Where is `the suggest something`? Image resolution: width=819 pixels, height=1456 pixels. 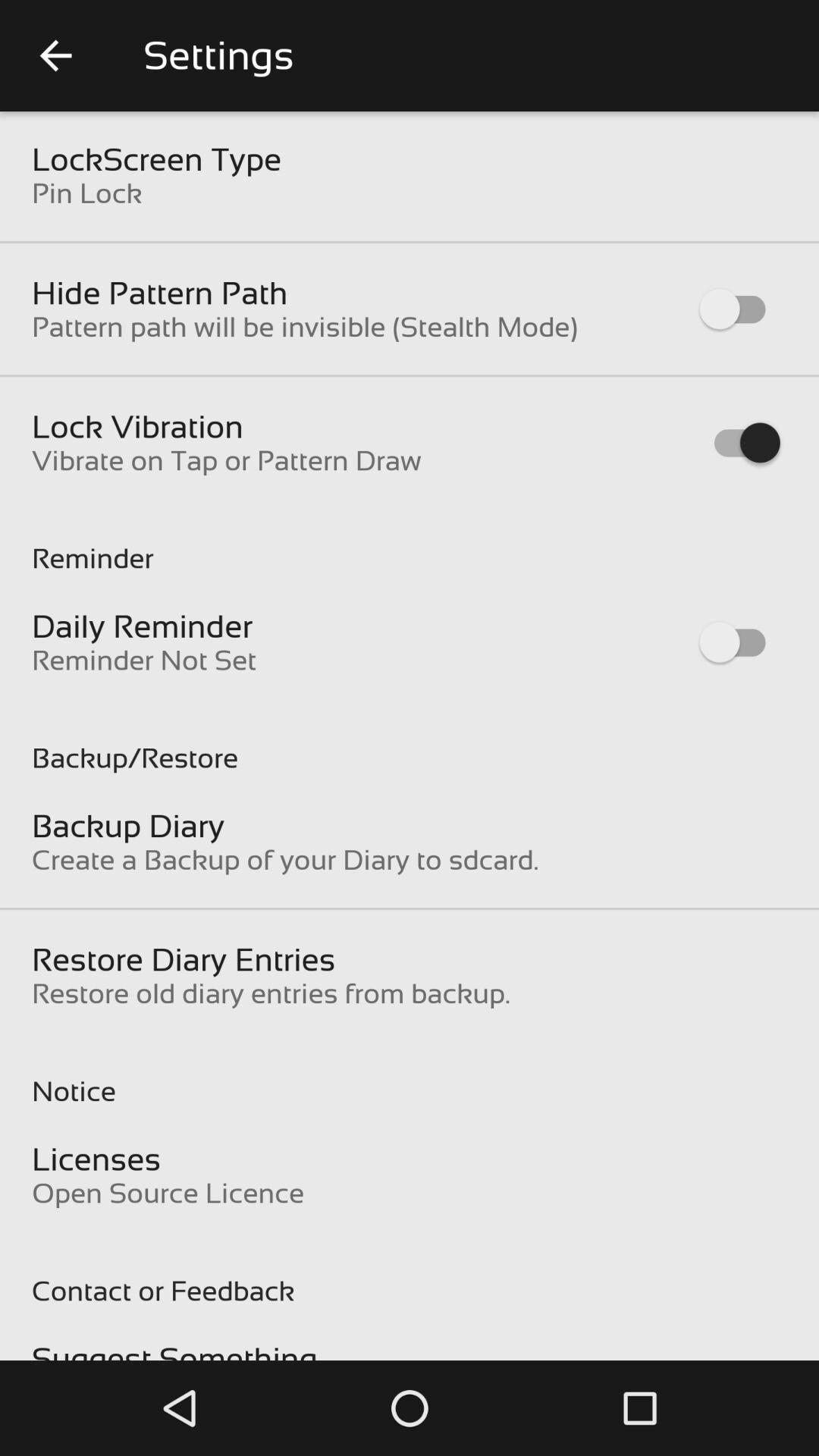 the suggest something is located at coordinates (174, 1351).